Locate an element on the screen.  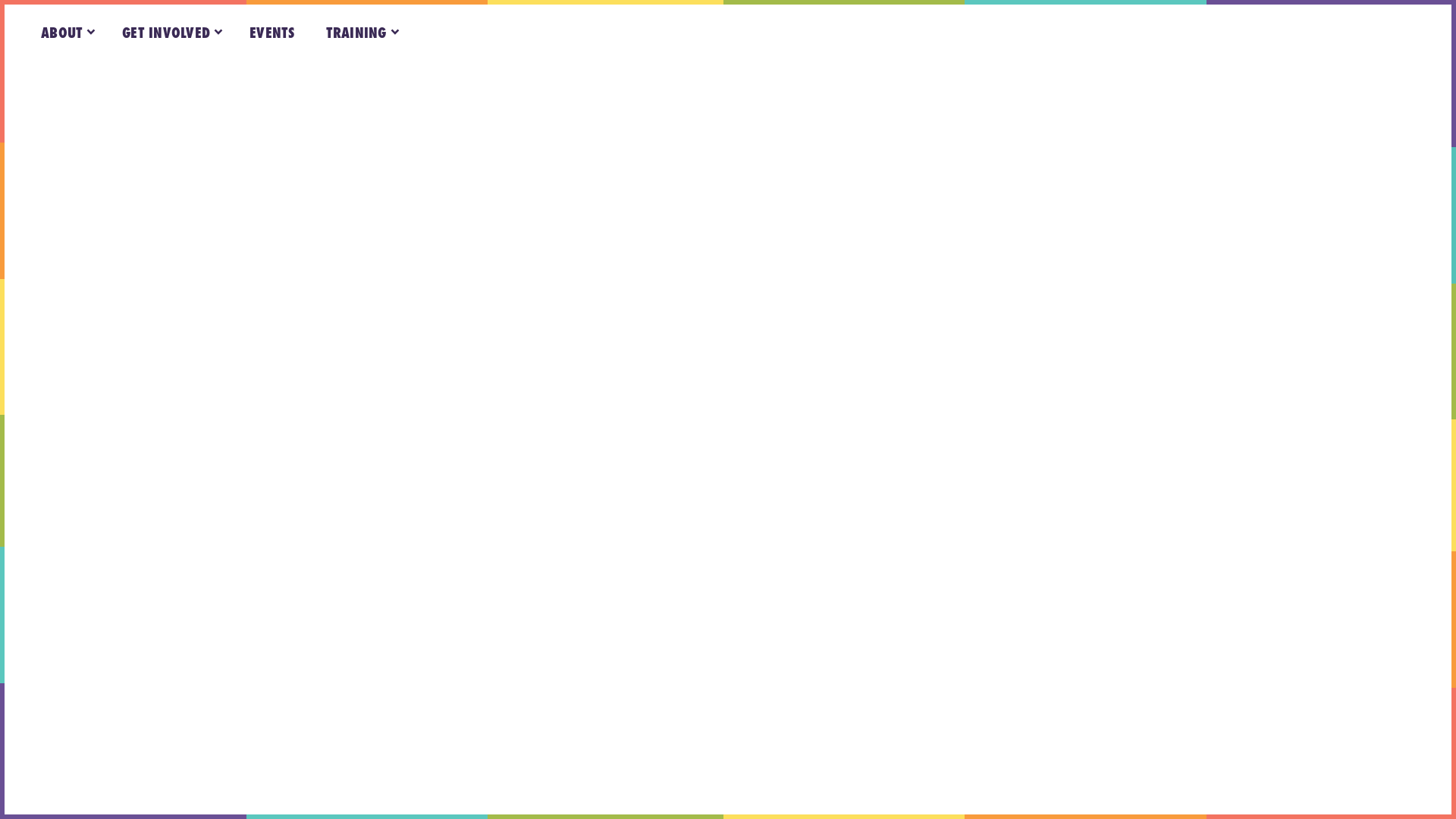
'EVENTS' is located at coordinates (272, 33).